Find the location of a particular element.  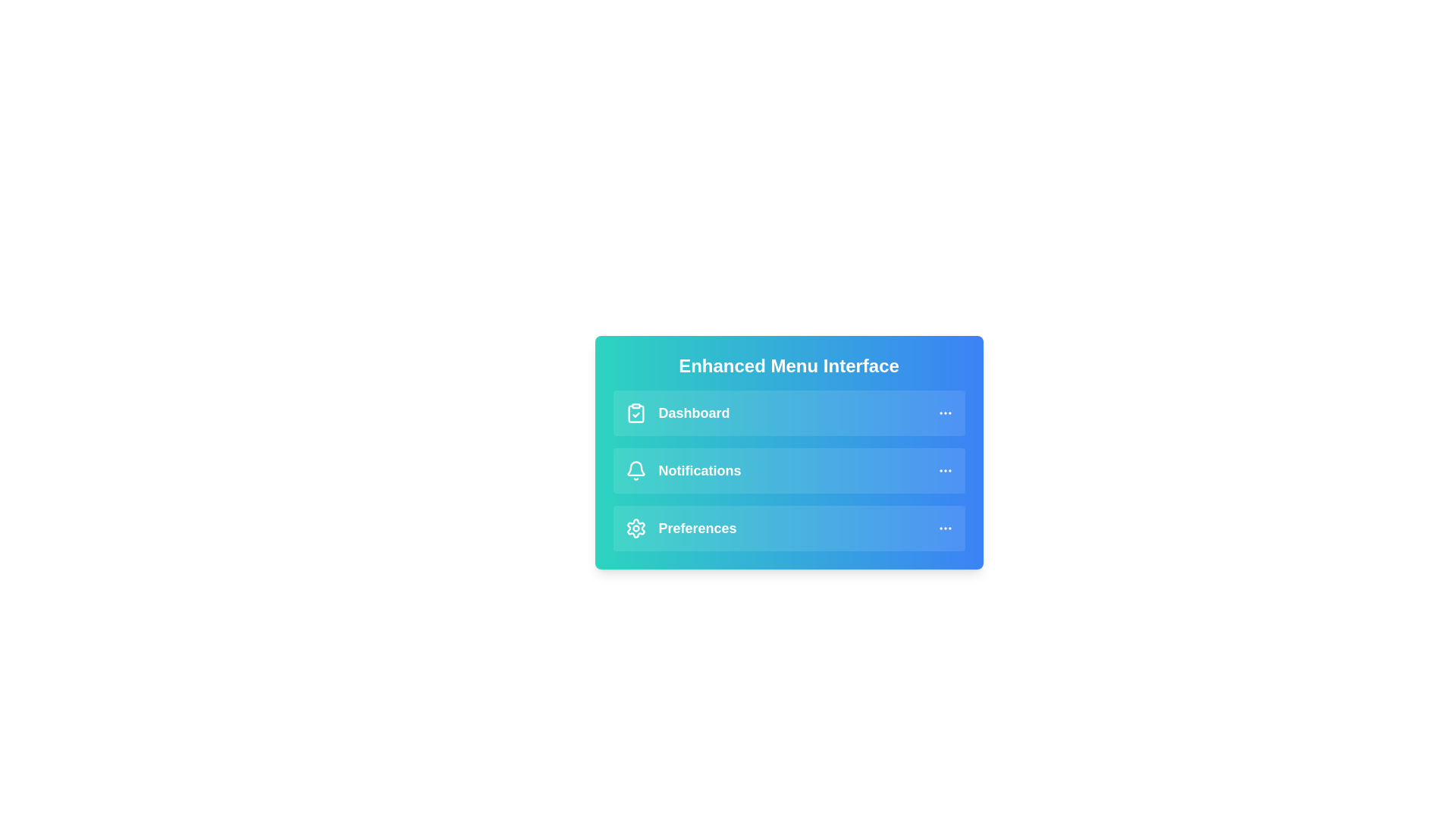

the 'Notifications' button is located at coordinates (789, 452).